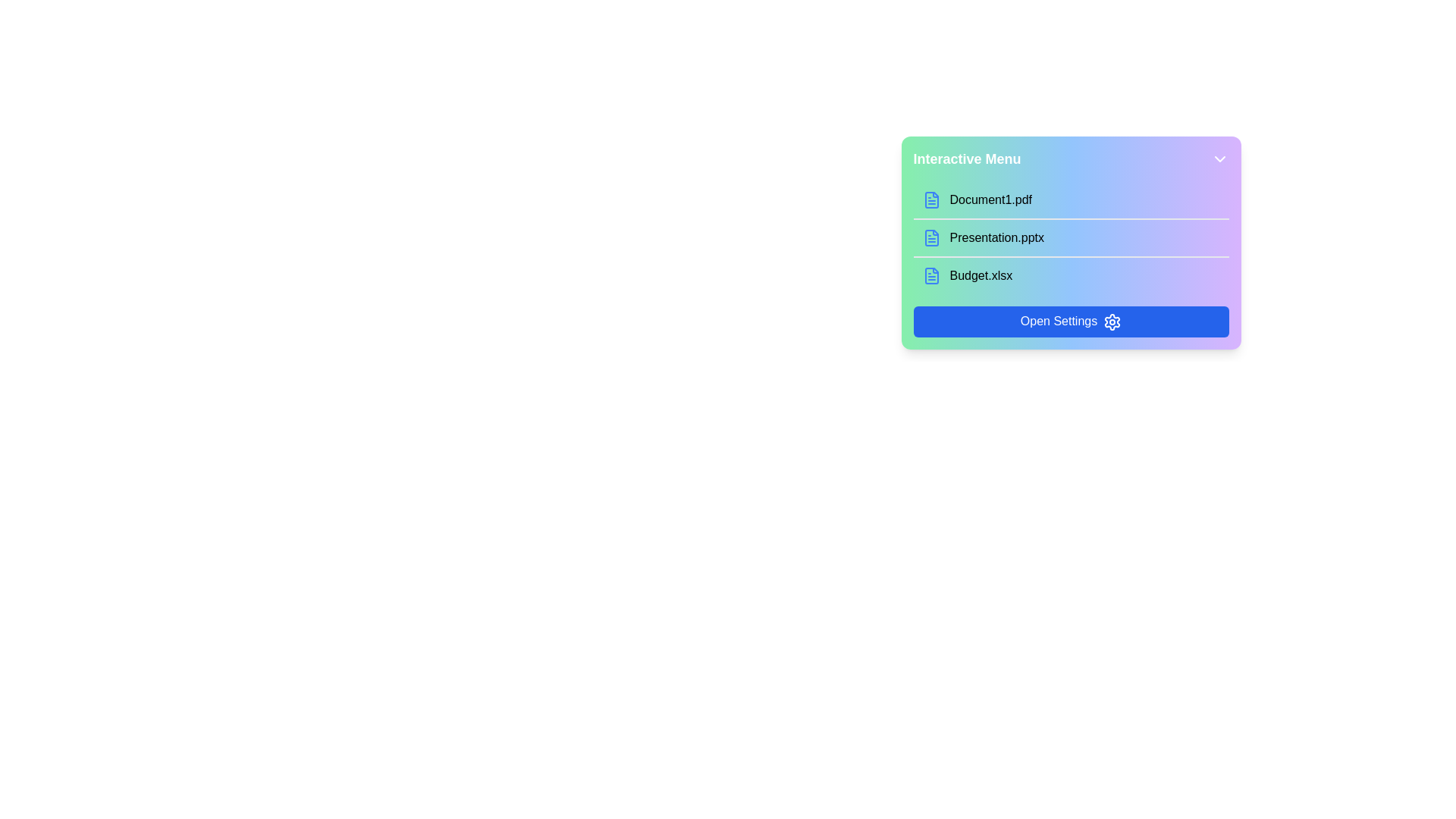  I want to click on the document icon, which is the first icon in the interactive menu, to interact with it, so click(930, 199).